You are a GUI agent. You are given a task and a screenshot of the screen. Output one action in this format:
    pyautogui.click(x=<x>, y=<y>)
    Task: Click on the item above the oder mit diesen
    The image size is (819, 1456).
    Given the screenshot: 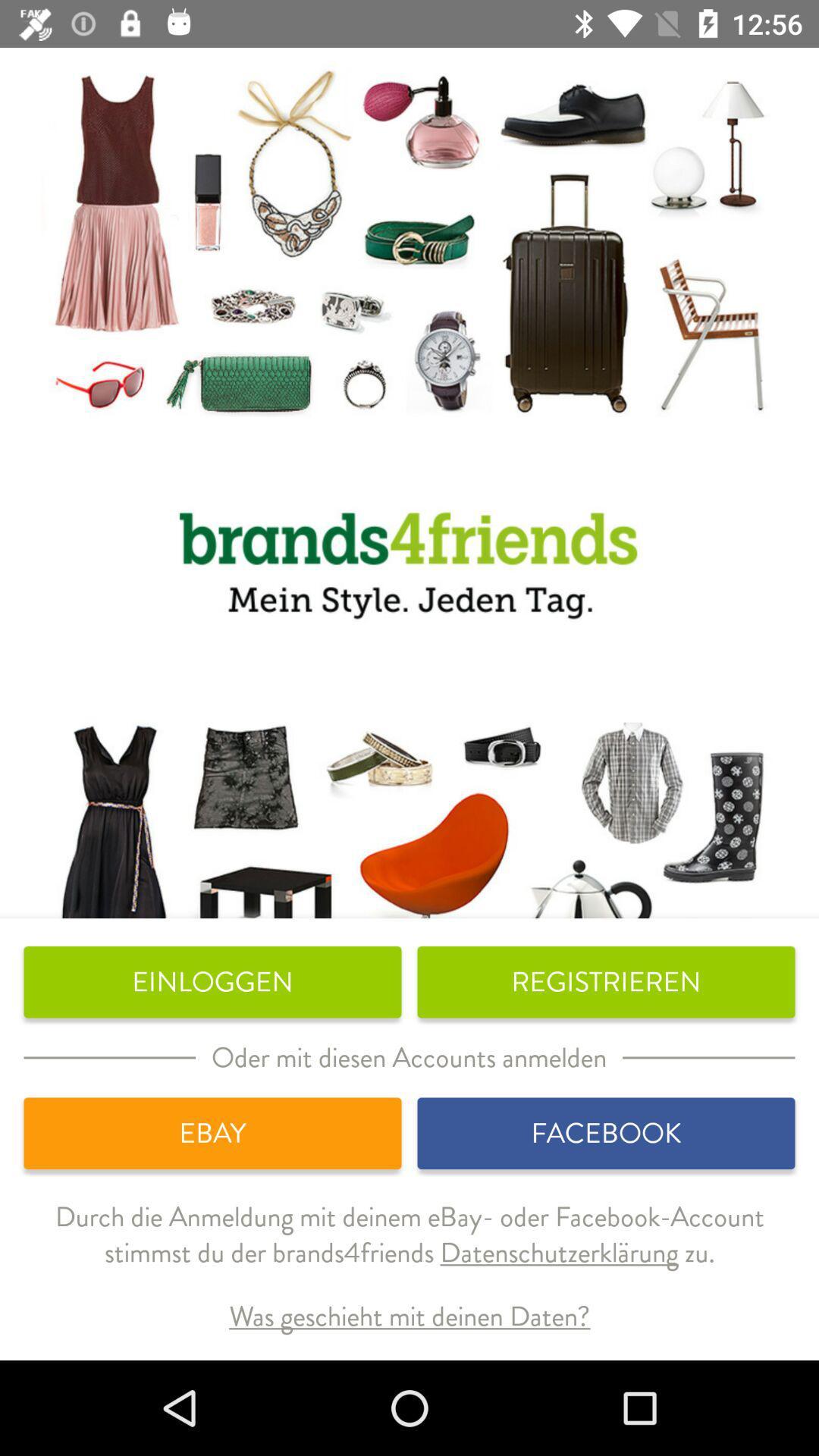 What is the action you would take?
    pyautogui.click(x=605, y=982)
    